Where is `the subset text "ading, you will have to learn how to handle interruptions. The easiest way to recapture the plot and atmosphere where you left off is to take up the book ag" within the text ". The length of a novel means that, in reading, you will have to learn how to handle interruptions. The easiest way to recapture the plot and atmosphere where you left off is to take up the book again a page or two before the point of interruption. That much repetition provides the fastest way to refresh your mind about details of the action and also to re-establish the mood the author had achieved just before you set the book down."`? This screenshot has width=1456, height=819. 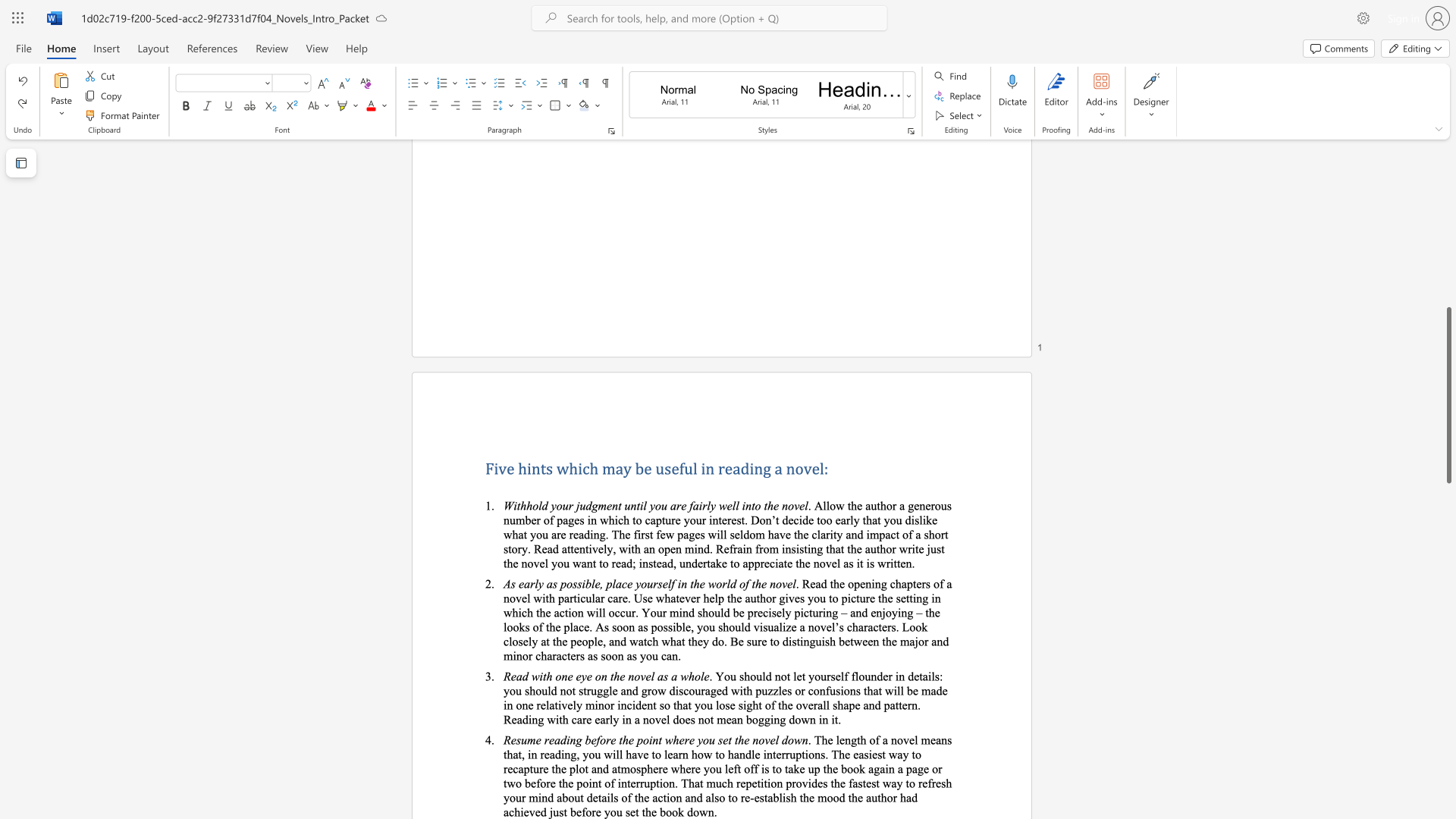 the subset text "ading, you will have to learn how to handle interruptions. The easiest way to recapture the plot and atmosphere where you left off is to take up the book ag" within the text ". The length of a novel means that, in reading, you will have to learn how to handle interruptions. The easiest way to recapture the plot and atmosphere where you left off is to take up the book again a page or two before the point of interruption. That much repetition provides the fastest way to refresh your mind about details of the action and also to re-establish the mood the author had achieved just before you set the book down." is located at coordinates (548, 754).